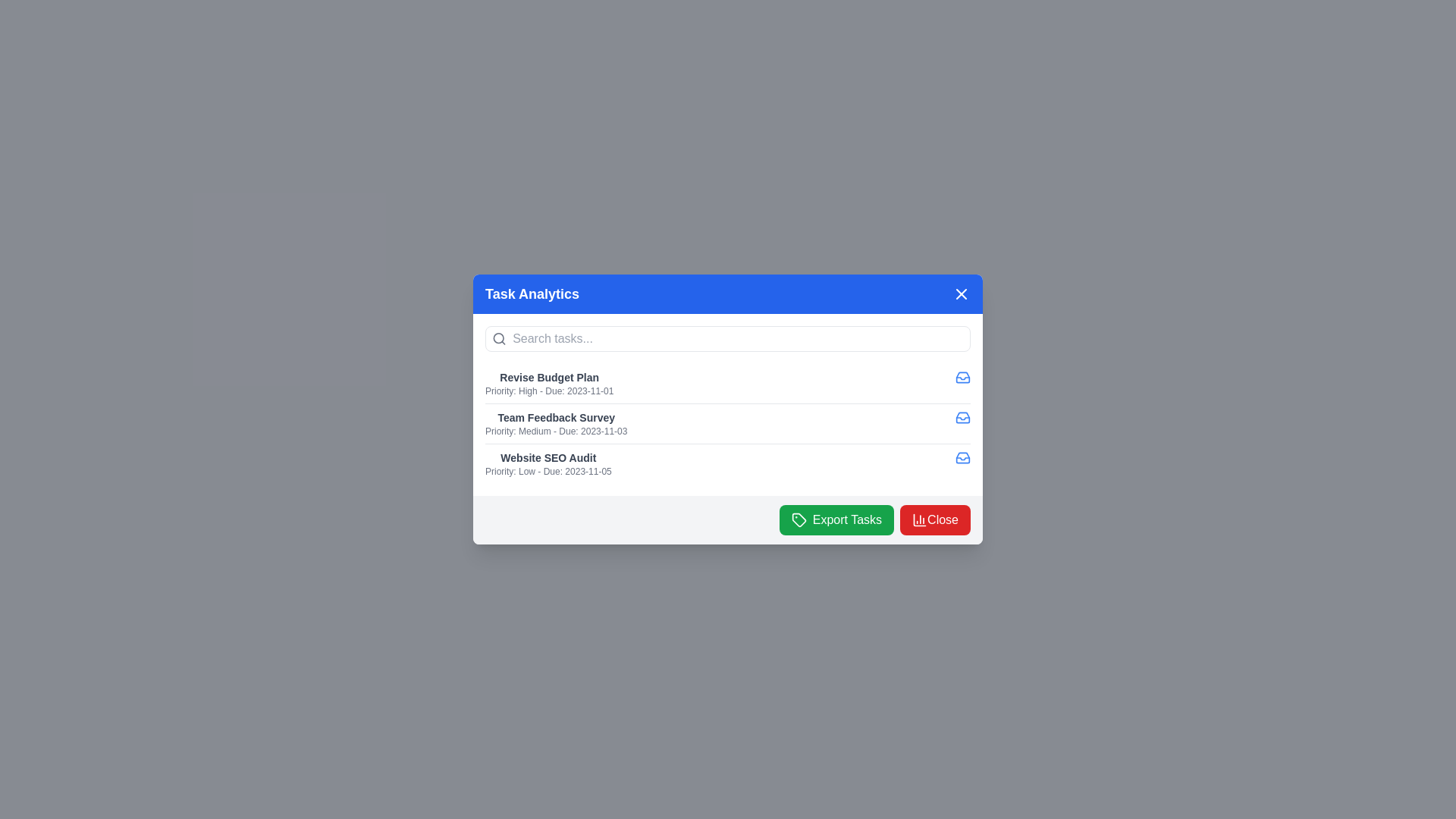 The width and height of the screenshot is (1456, 819). I want to click on the text label that identifies the task 'Revise Budget Plan' located at the top of the first task card in the 'Task Analytics' interface, so click(548, 376).